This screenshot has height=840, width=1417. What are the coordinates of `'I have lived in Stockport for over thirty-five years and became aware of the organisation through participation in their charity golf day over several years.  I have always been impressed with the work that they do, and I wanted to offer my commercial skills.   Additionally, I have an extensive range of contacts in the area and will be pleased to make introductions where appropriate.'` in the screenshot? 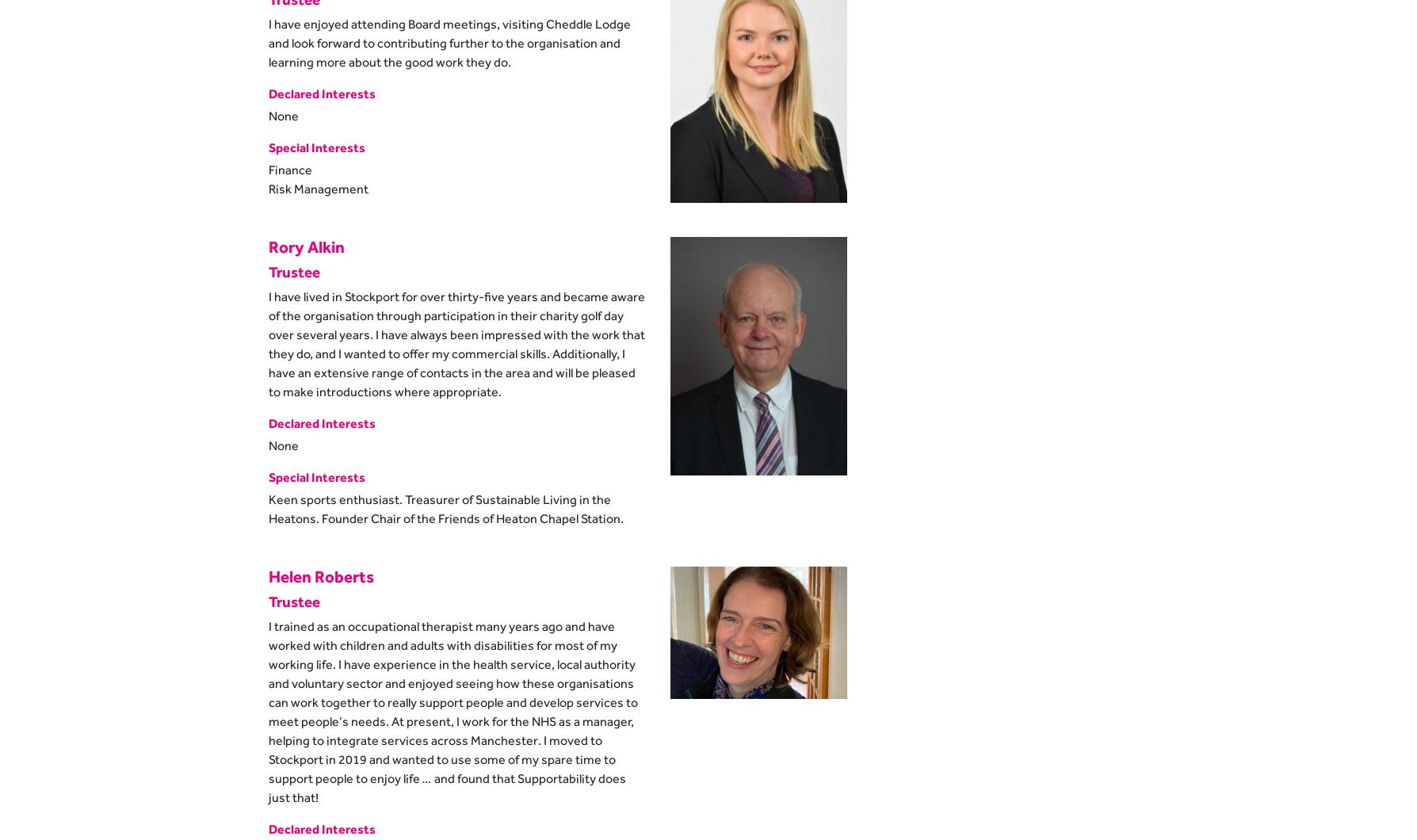 It's located at (456, 342).